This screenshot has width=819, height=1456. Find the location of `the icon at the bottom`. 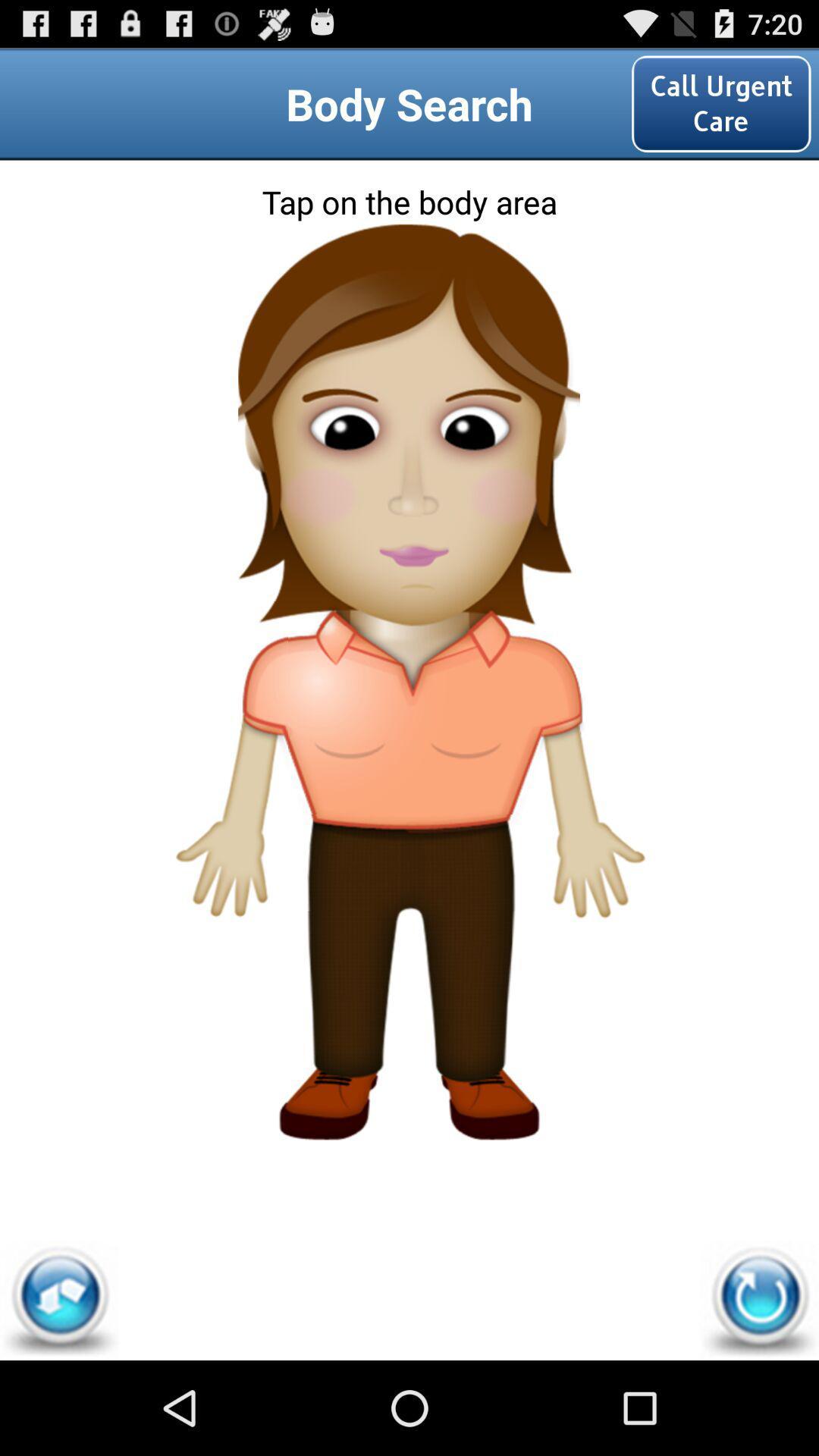

the icon at the bottom is located at coordinates (409, 1026).